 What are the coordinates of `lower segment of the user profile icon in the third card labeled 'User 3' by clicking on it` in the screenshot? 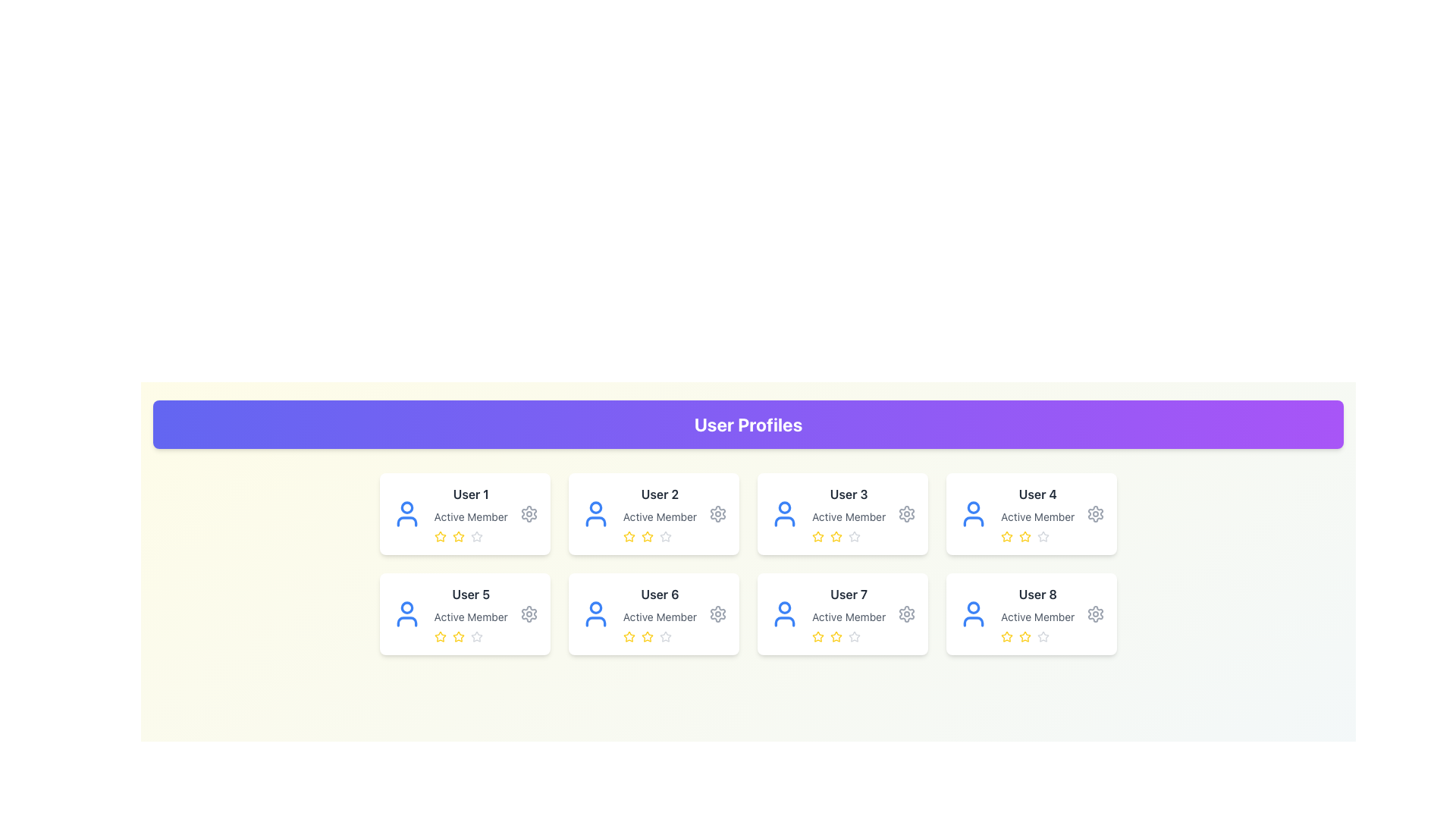 It's located at (783, 520).